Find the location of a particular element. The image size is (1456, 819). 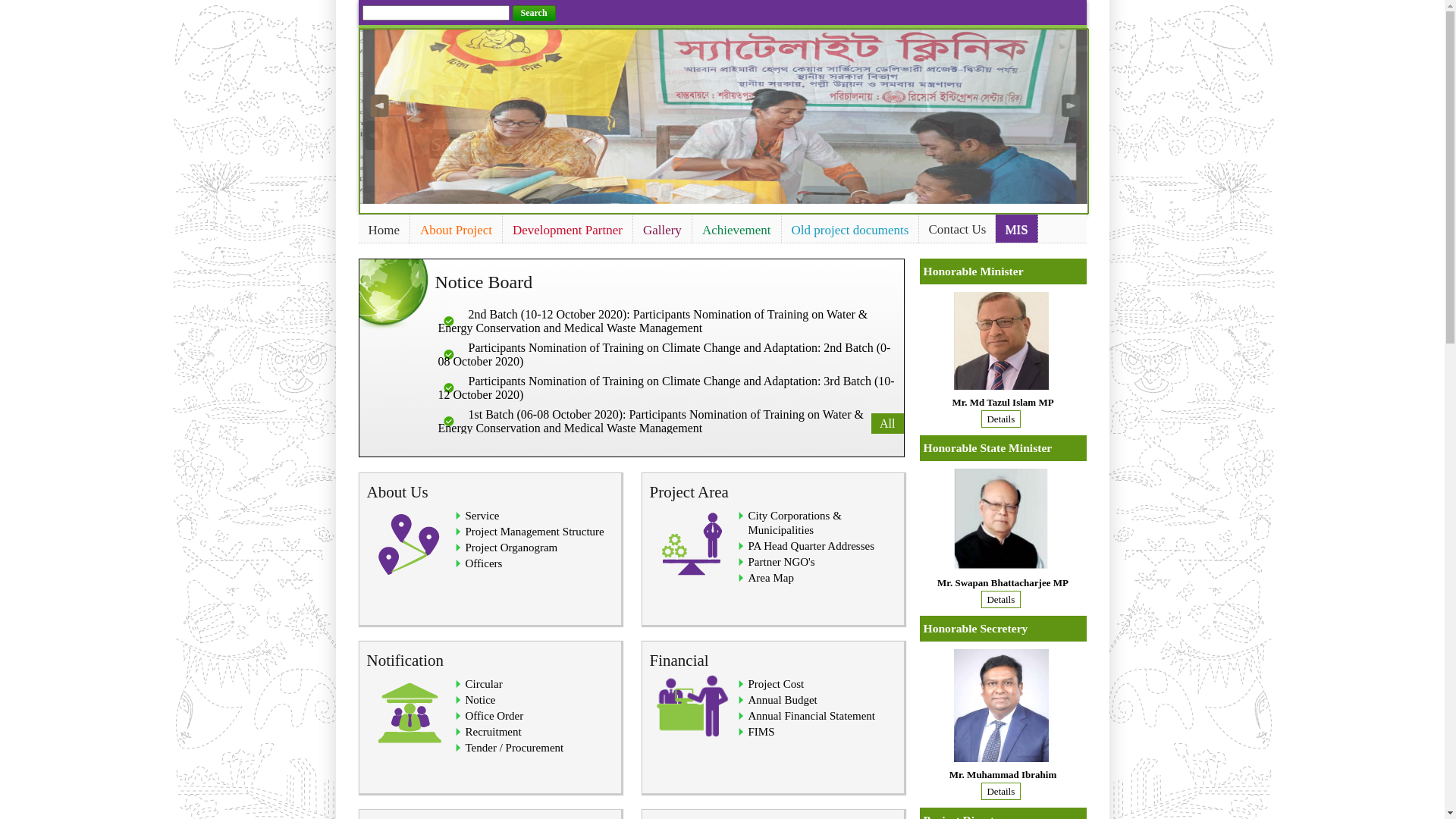

'Development Partner' is located at coordinates (566, 231).